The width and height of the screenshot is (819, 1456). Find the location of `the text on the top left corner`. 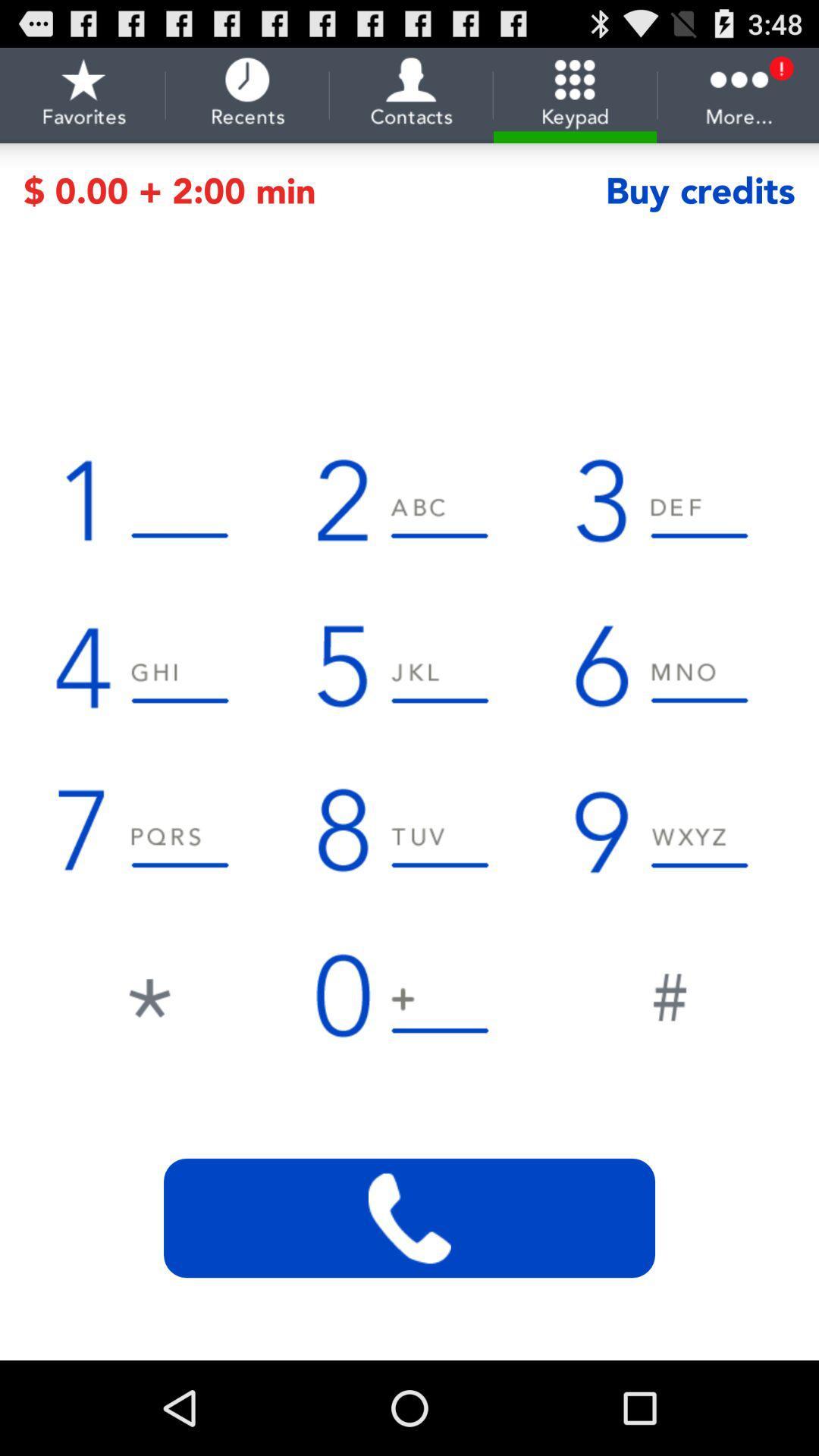

the text on the top left corner is located at coordinates (83, 94).